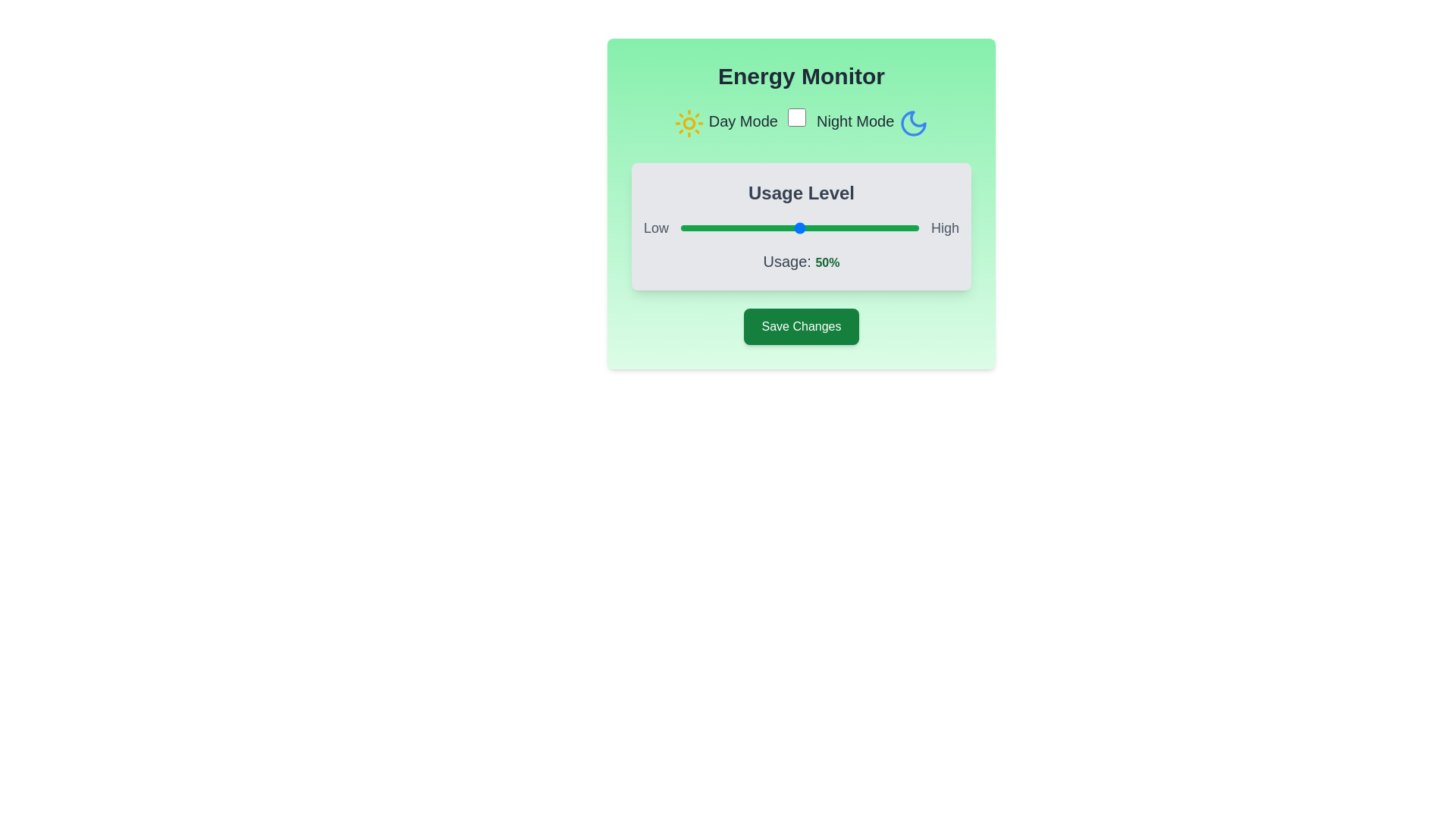 This screenshot has width=1456, height=819. I want to click on the sun icon representing 'Day Mode', so click(689, 122).